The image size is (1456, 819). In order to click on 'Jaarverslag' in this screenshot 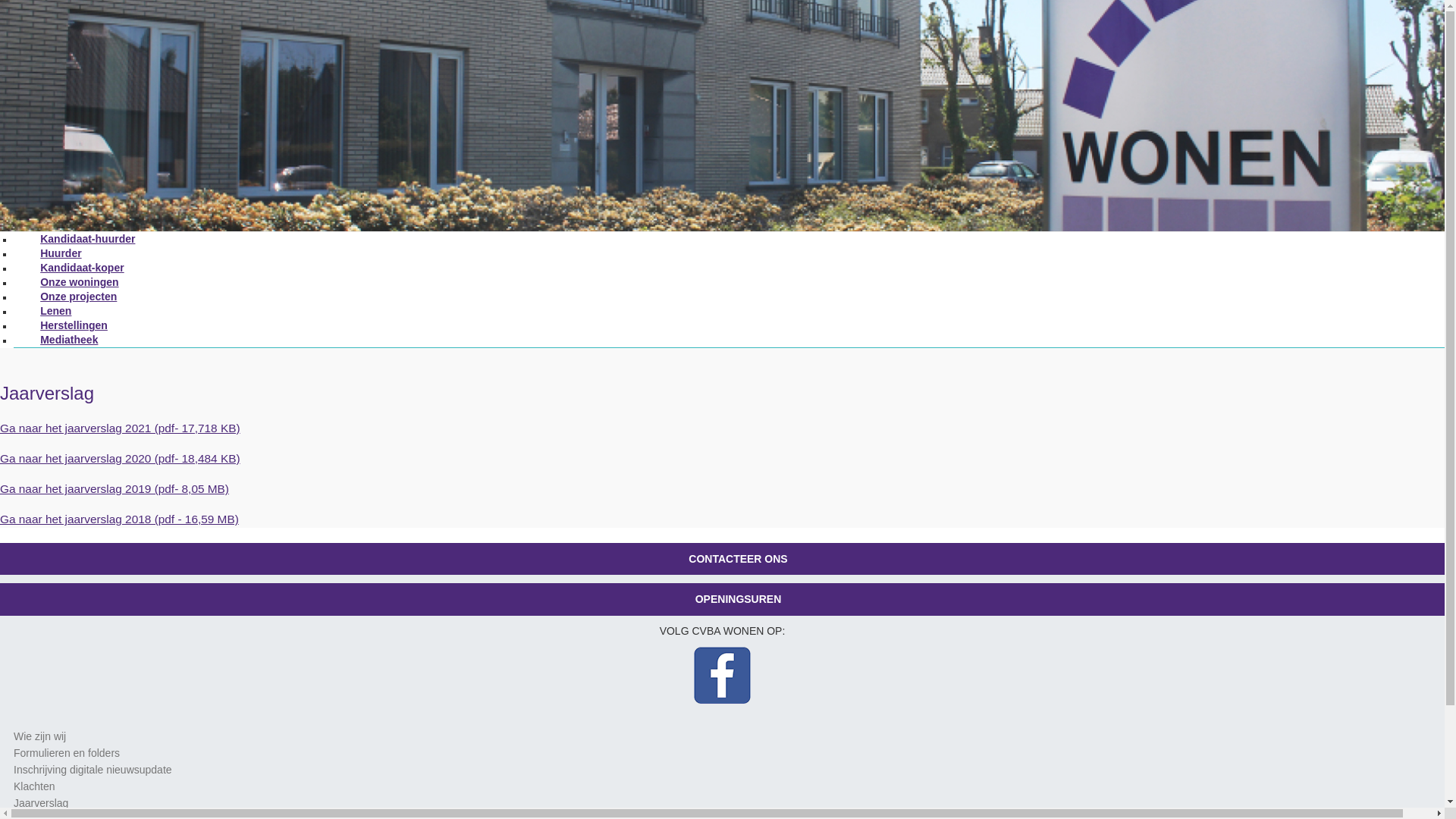, I will do `click(40, 802)`.